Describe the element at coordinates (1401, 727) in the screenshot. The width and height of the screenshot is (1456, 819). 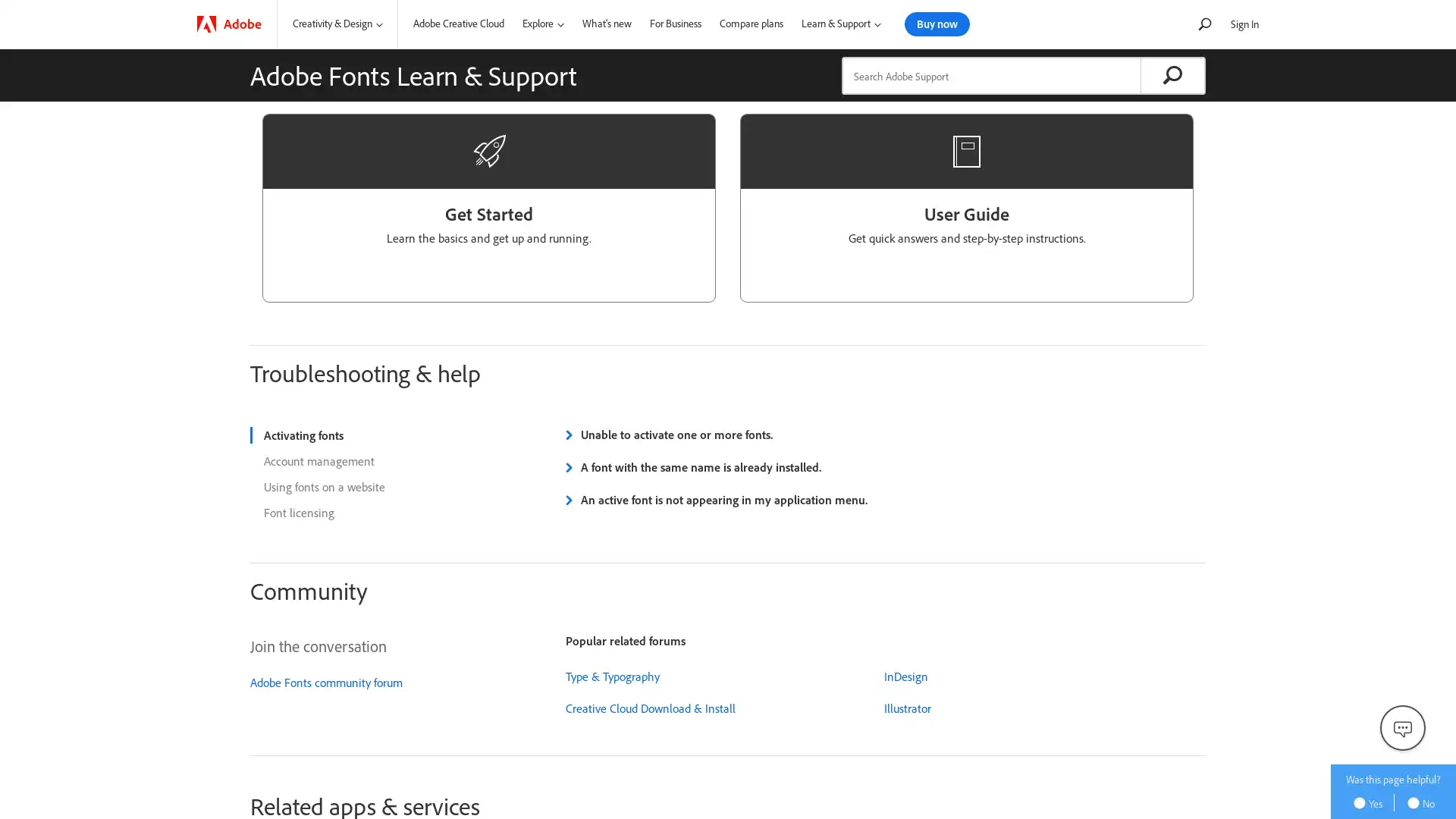
I see `Contact us` at that location.